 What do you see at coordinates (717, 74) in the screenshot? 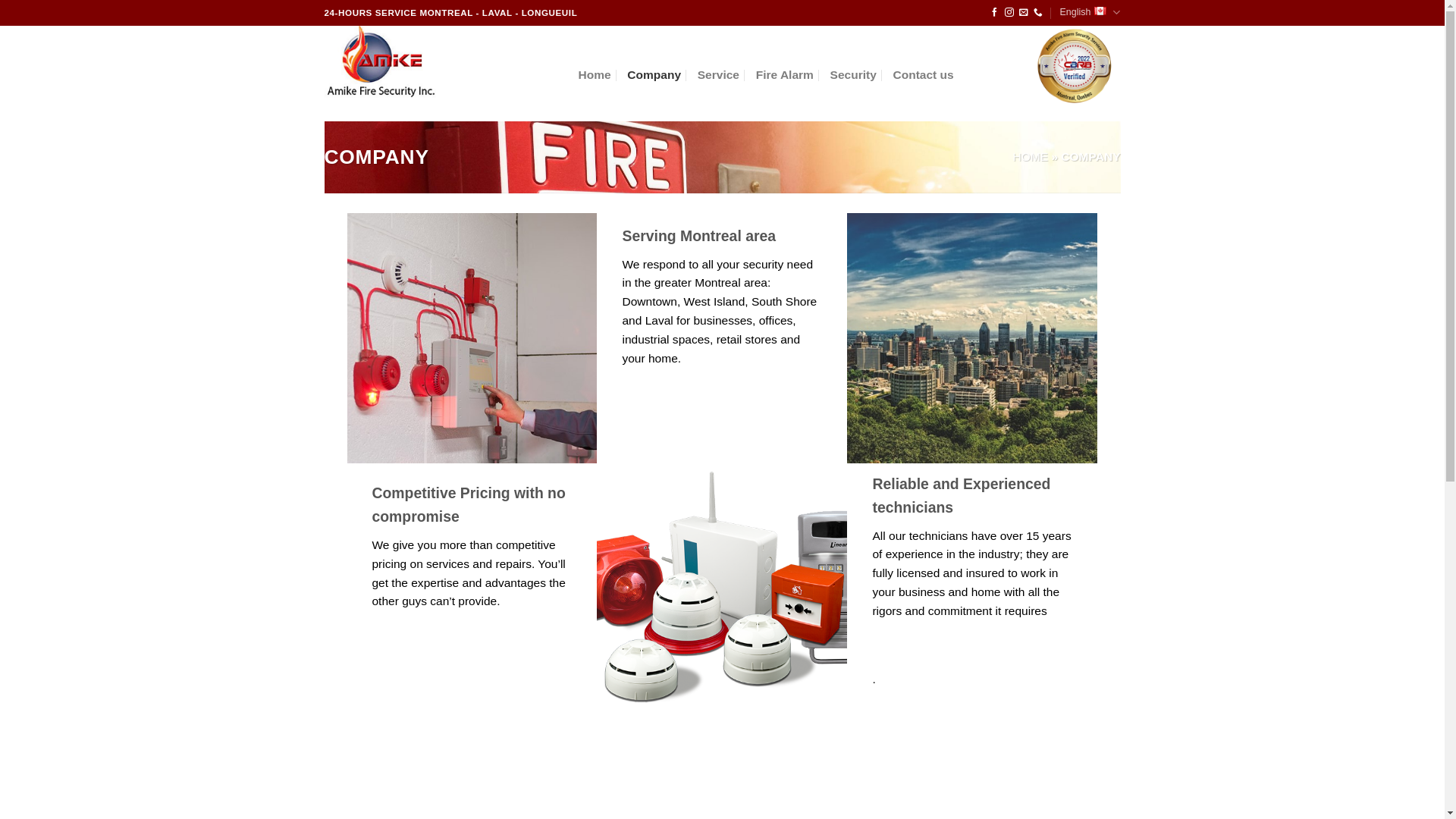
I see `'Service'` at bounding box center [717, 74].